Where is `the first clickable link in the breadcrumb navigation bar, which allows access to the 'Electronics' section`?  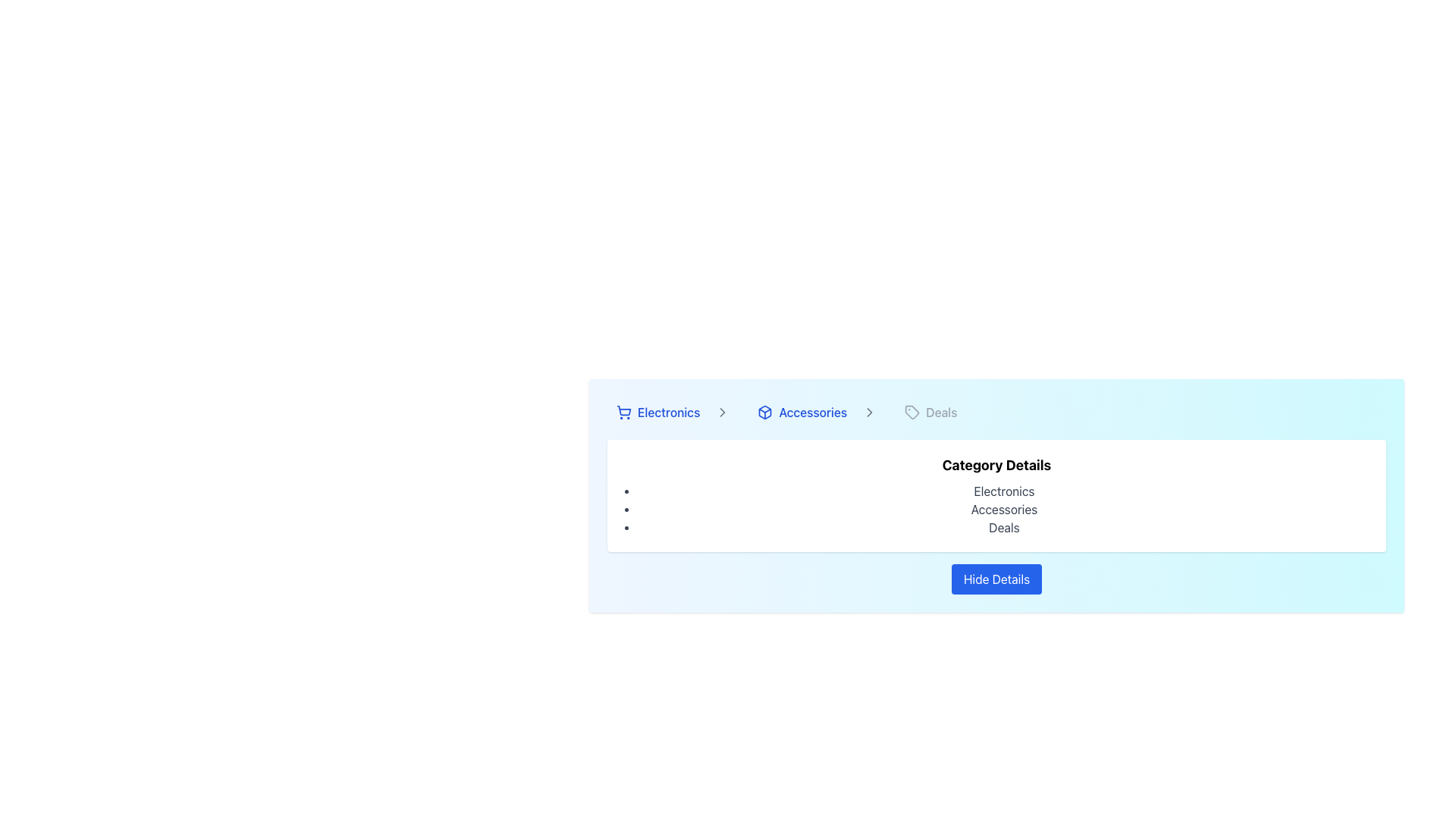 the first clickable link in the breadcrumb navigation bar, which allows access to the 'Electronics' section is located at coordinates (671, 412).